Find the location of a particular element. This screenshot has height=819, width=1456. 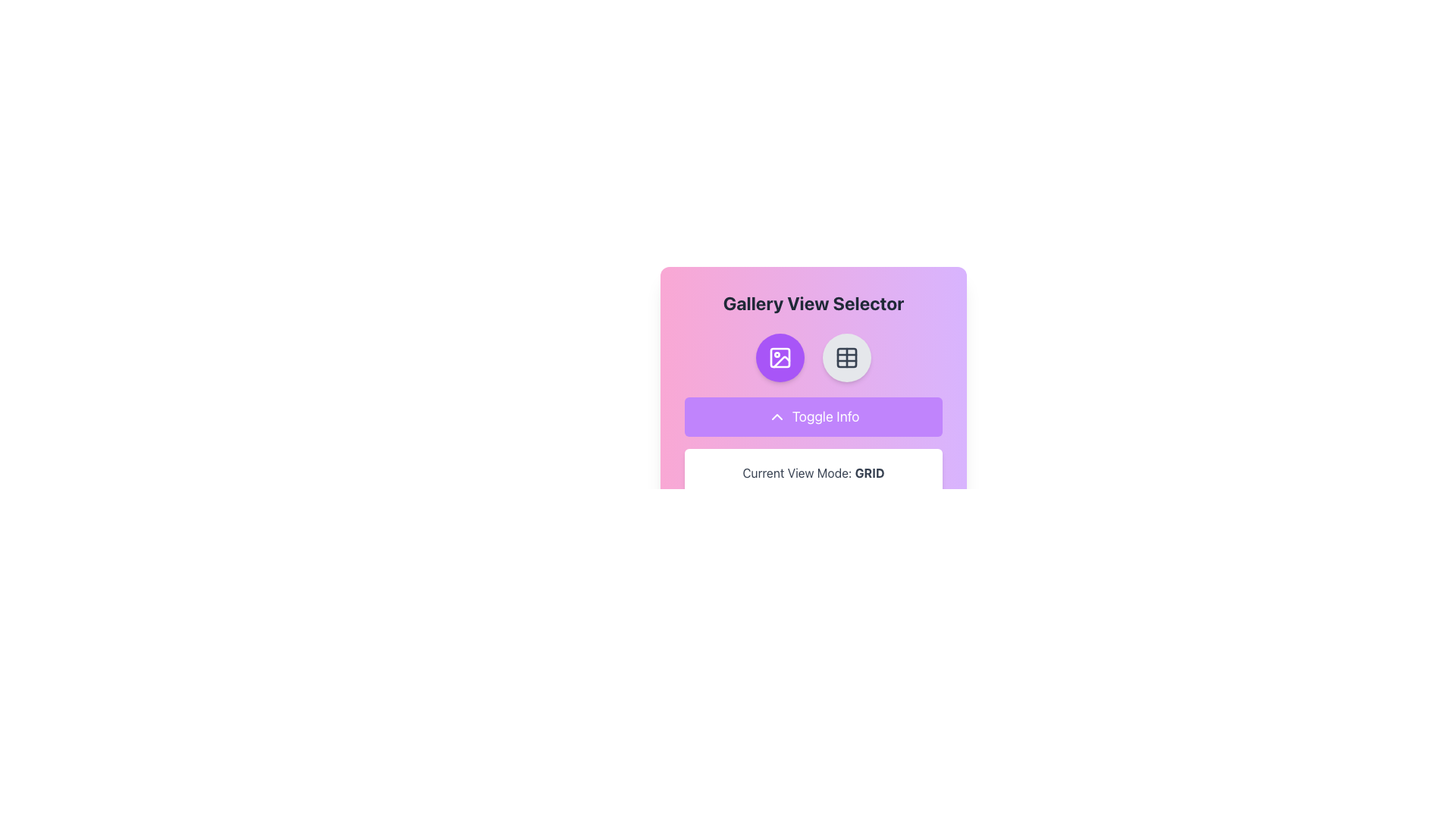

the circular button with a white background and a gray border that contains a grid icon is located at coordinates (846, 357).